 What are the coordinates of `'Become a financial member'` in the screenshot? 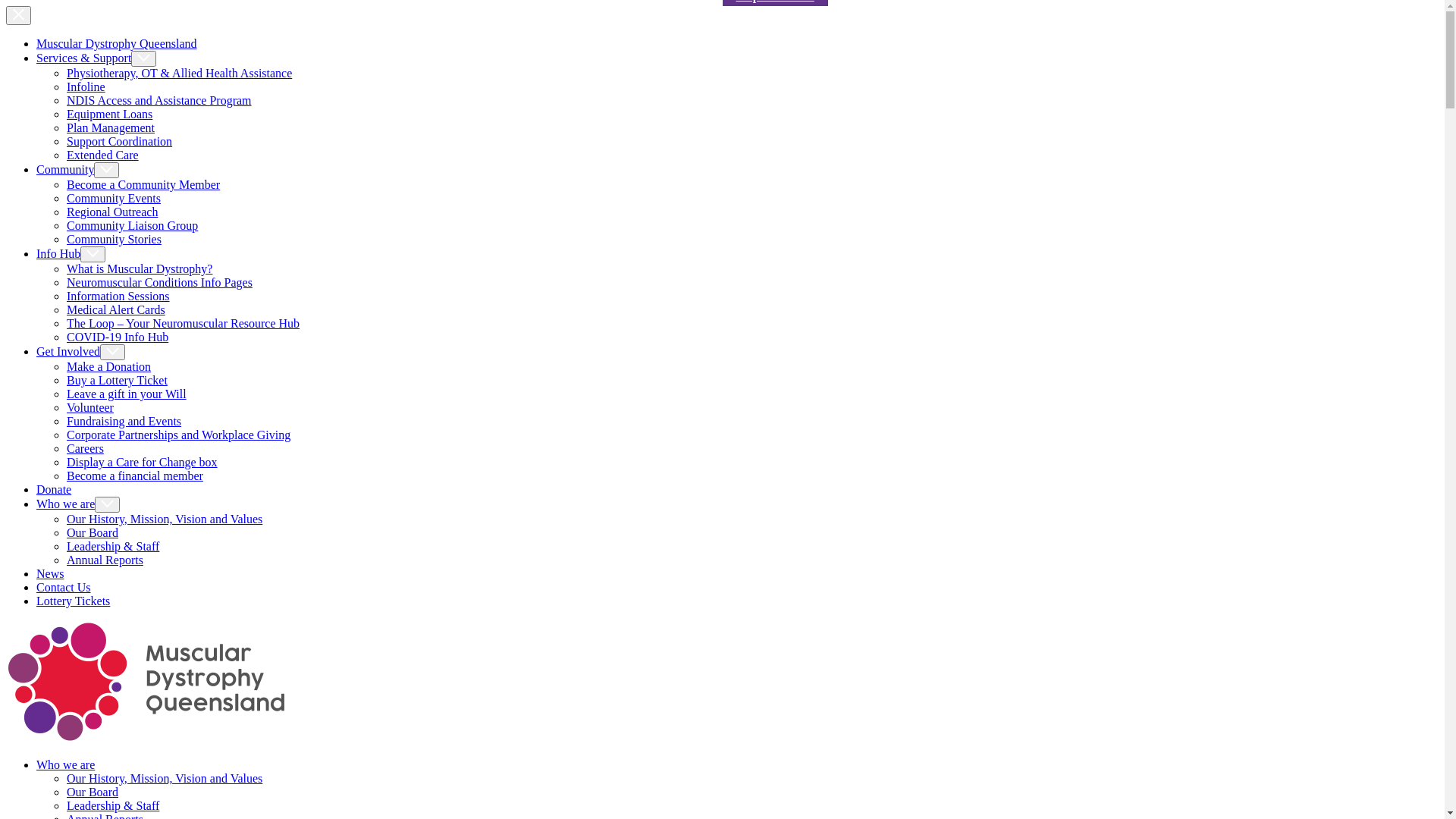 It's located at (134, 475).